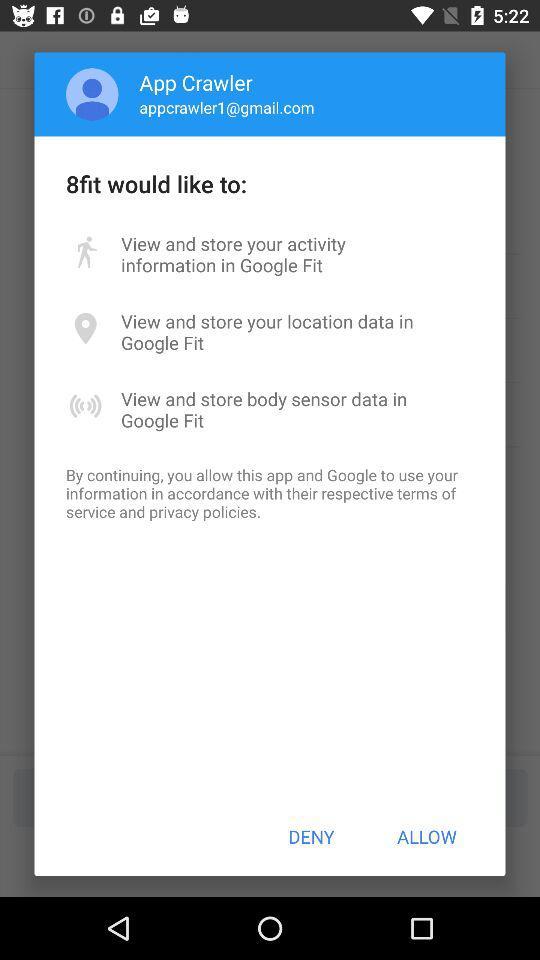  Describe the element at coordinates (226, 107) in the screenshot. I see `the appcrawler1@gmail.com item` at that location.